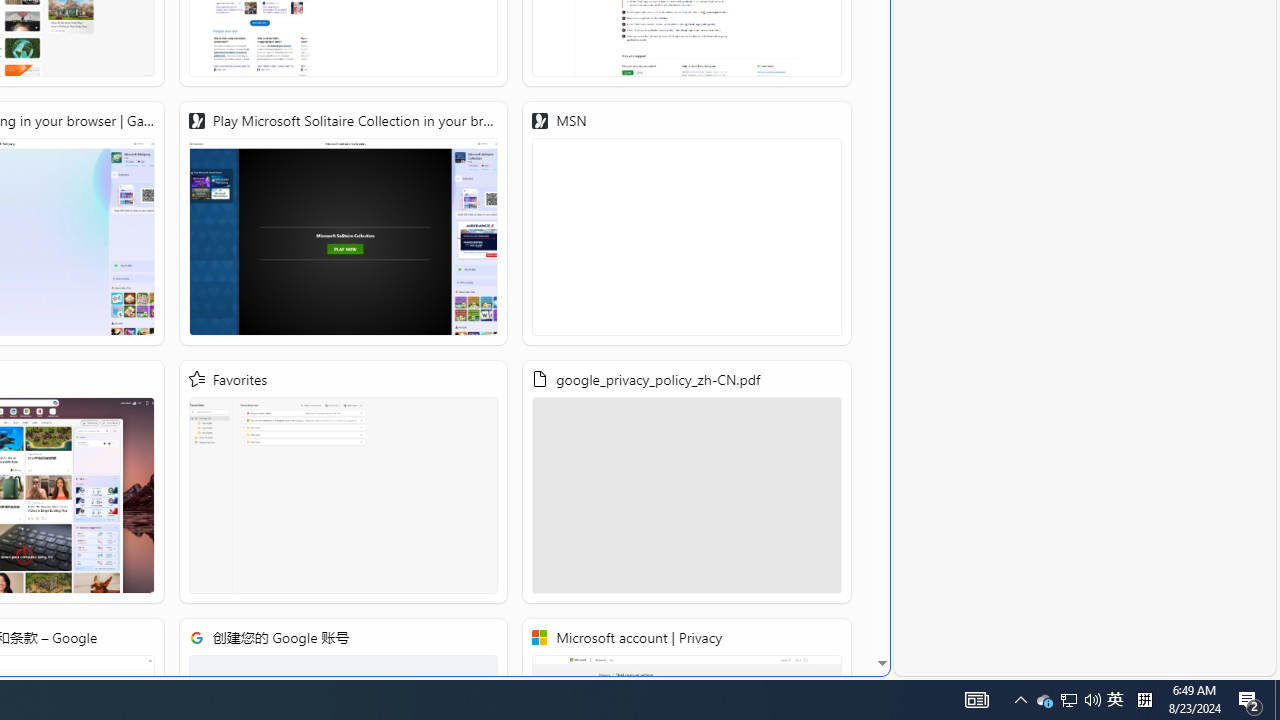 The width and height of the screenshot is (1280, 720). What do you see at coordinates (687, 482) in the screenshot?
I see `'google_privacy_policy_zh-CN.pdf'` at bounding box center [687, 482].